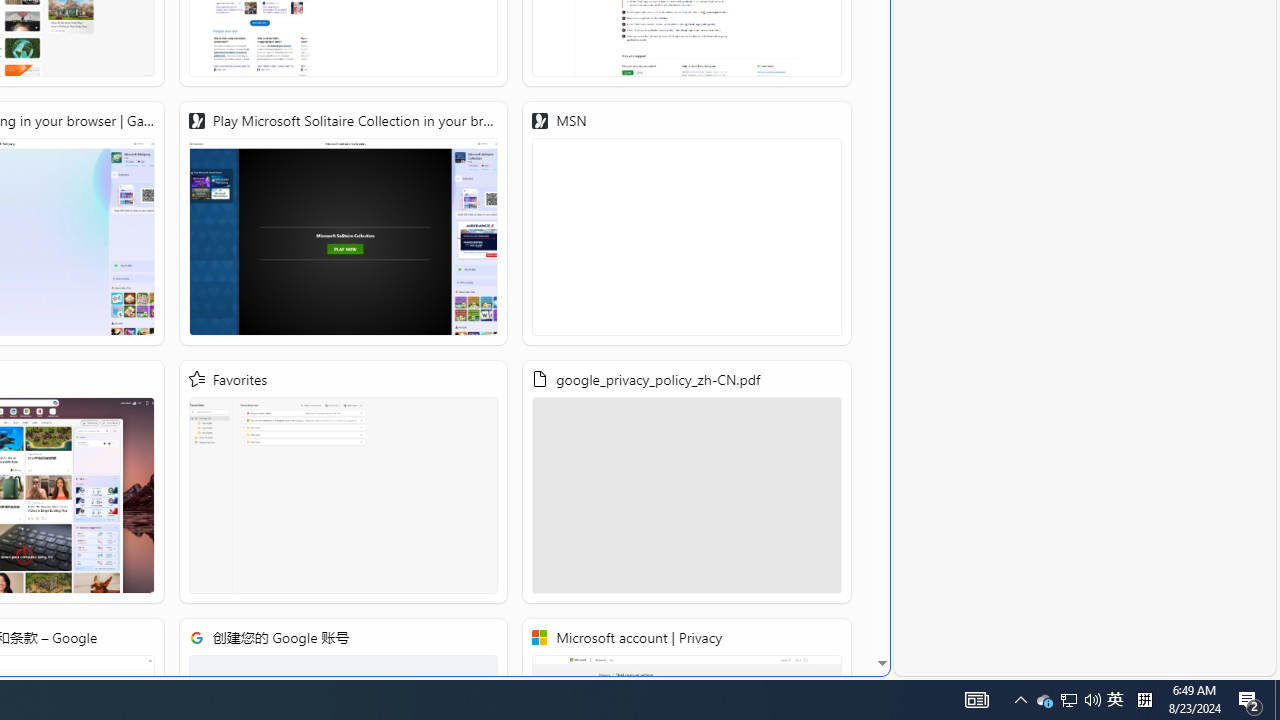 The width and height of the screenshot is (1280, 720). What do you see at coordinates (687, 482) in the screenshot?
I see `'google_privacy_policy_zh-CN.pdf'` at bounding box center [687, 482].